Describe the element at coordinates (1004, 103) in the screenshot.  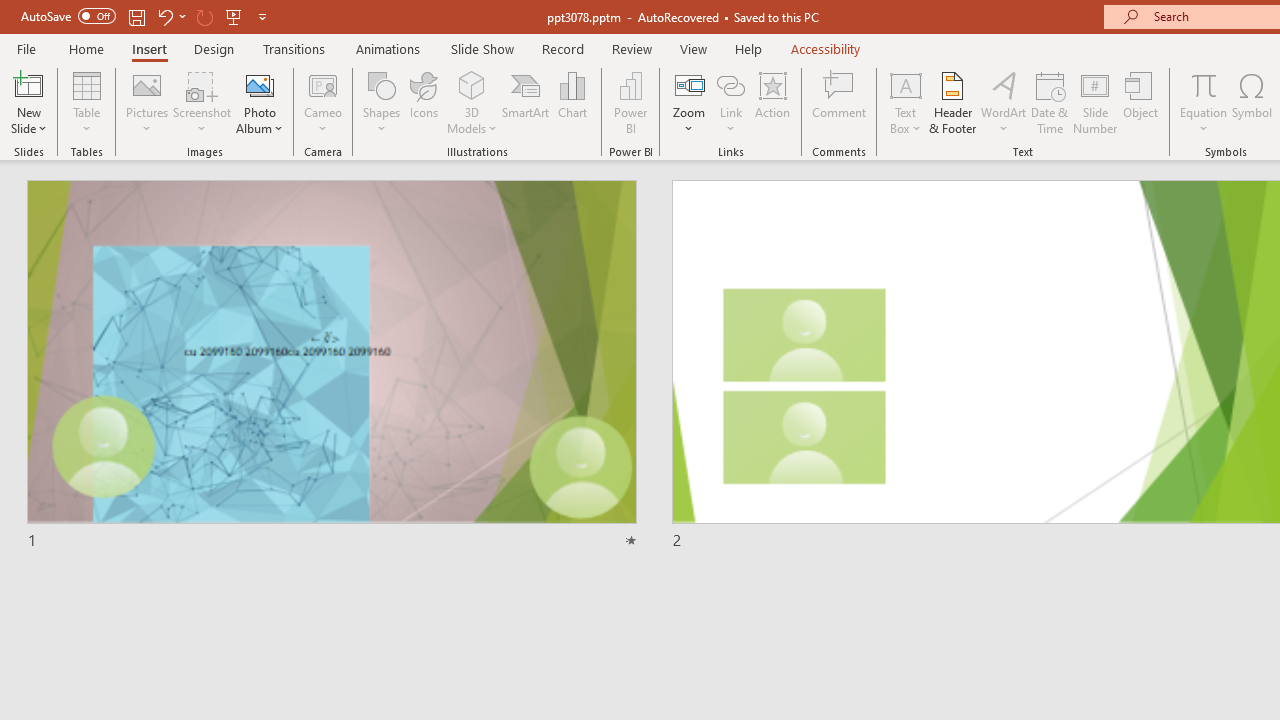
I see `'WordArt'` at that location.